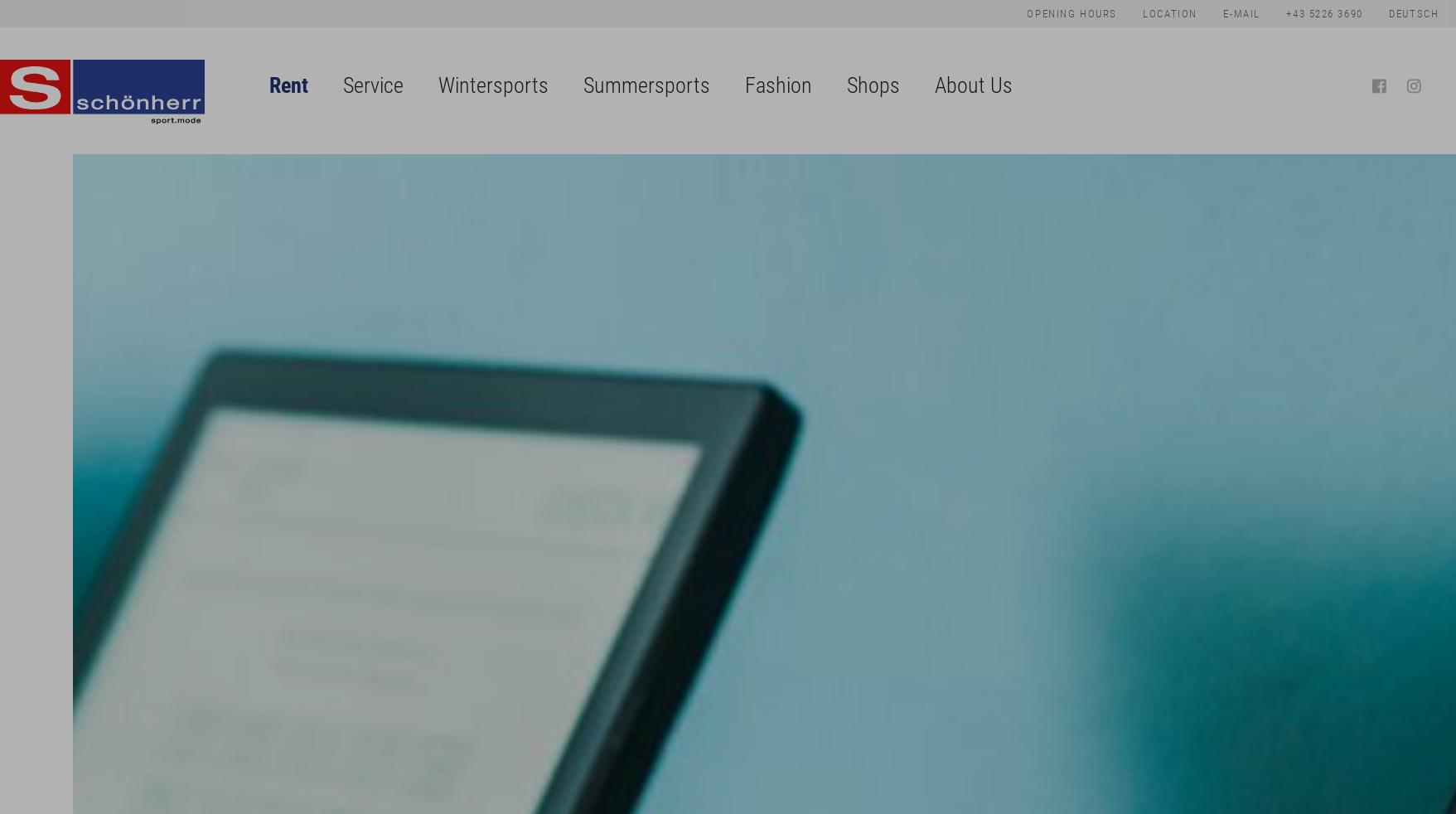 This screenshot has width=1456, height=814. Describe the element at coordinates (973, 195) in the screenshot. I see `'Team'` at that location.